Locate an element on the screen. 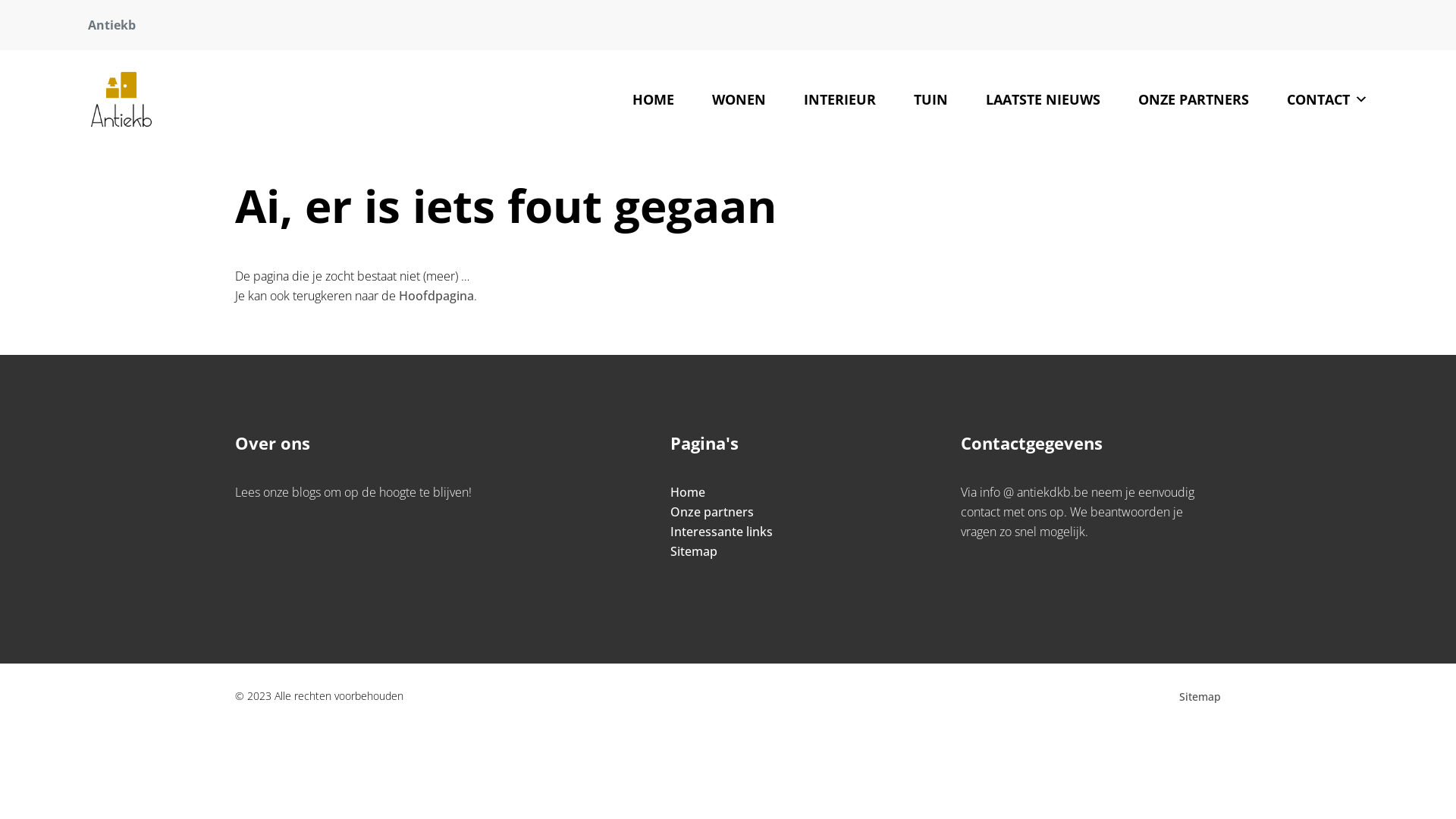 The width and height of the screenshot is (1456, 819). 'WONEN' is located at coordinates (739, 99).